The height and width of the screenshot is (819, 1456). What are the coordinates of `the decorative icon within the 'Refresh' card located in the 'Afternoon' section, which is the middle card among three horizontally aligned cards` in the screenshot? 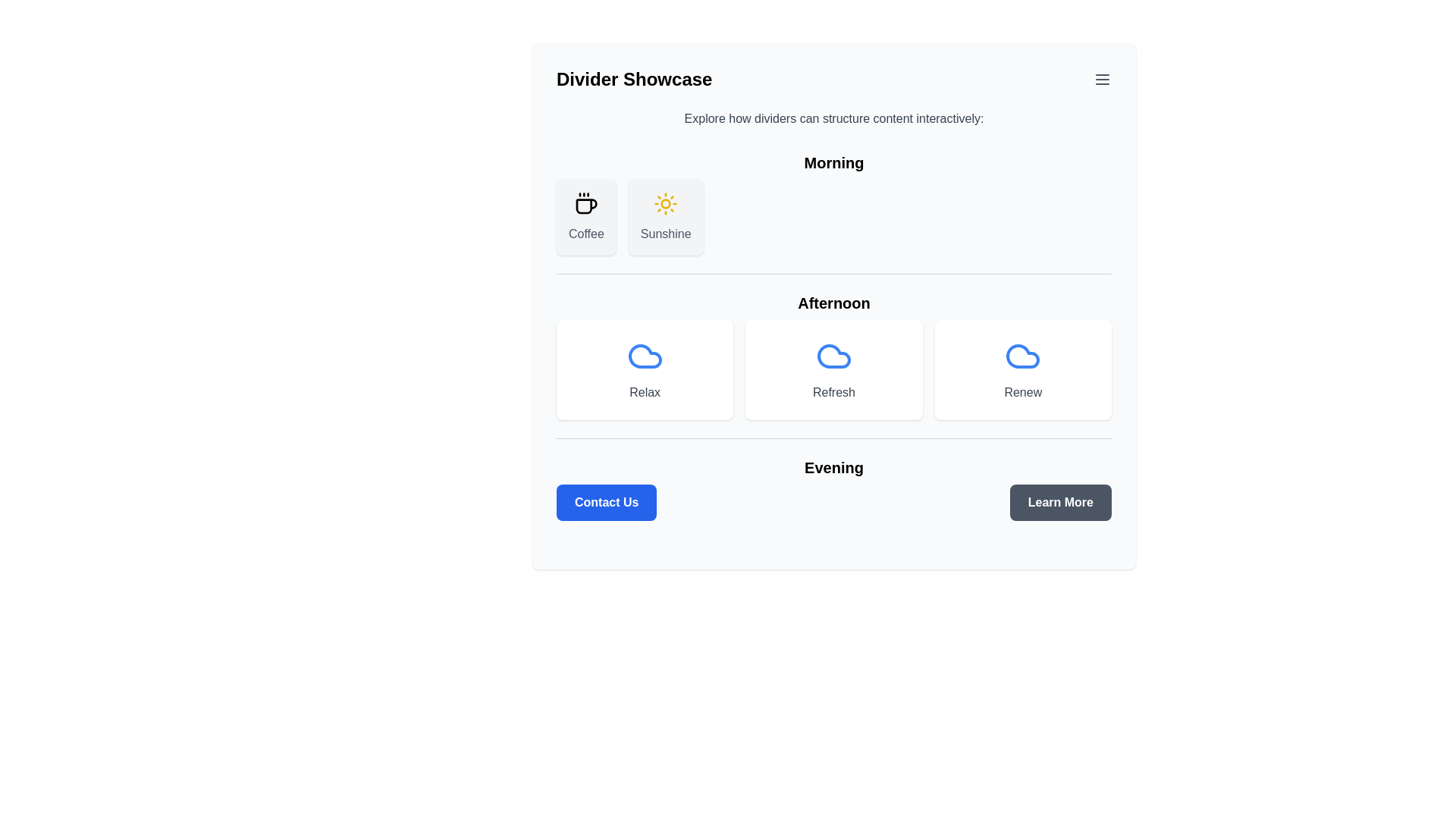 It's located at (833, 356).